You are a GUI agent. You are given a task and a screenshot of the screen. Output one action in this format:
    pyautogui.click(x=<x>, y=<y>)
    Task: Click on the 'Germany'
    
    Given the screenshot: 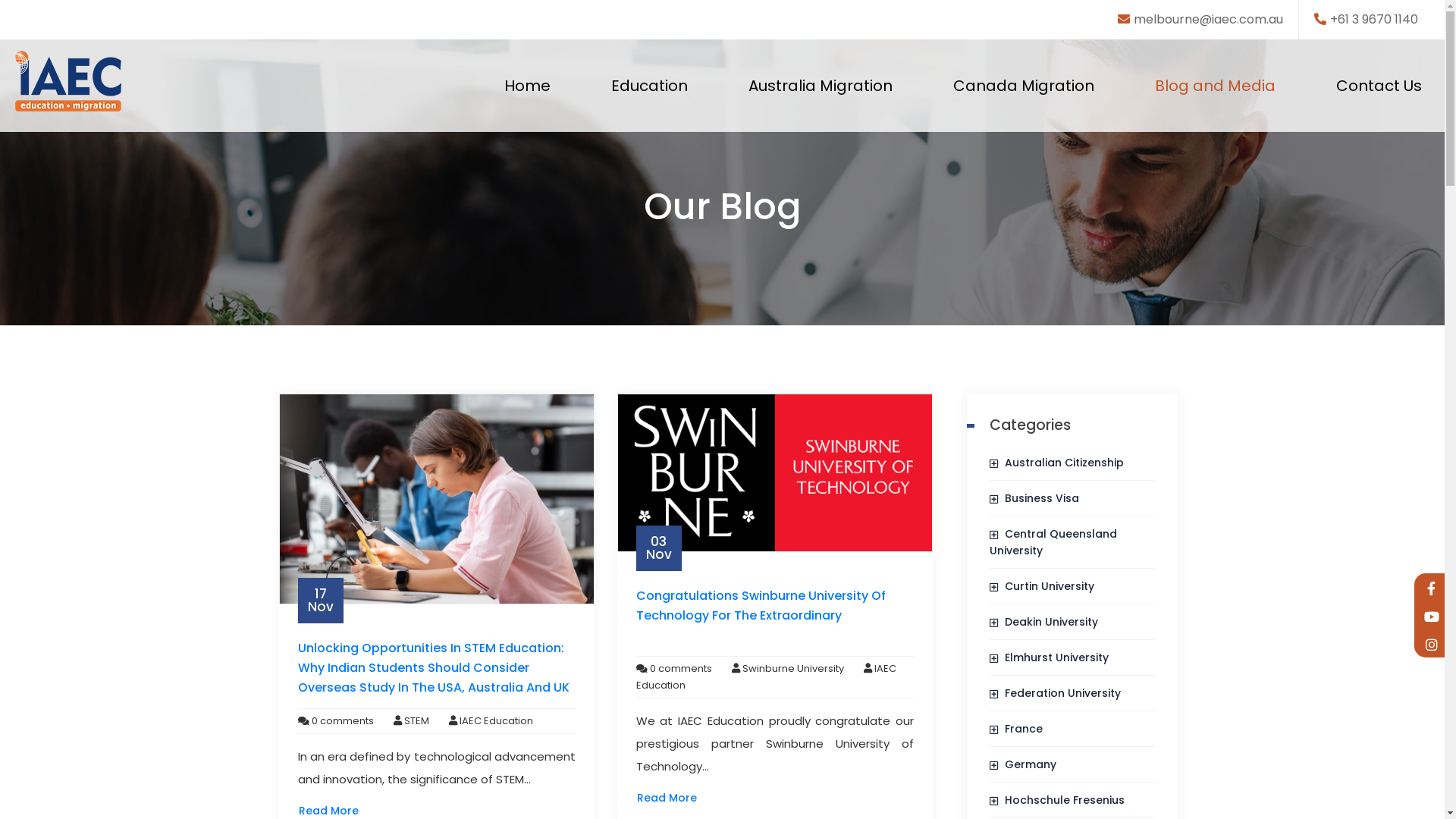 What is the action you would take?
    pyautogui.click(x=1022, y=764)
    